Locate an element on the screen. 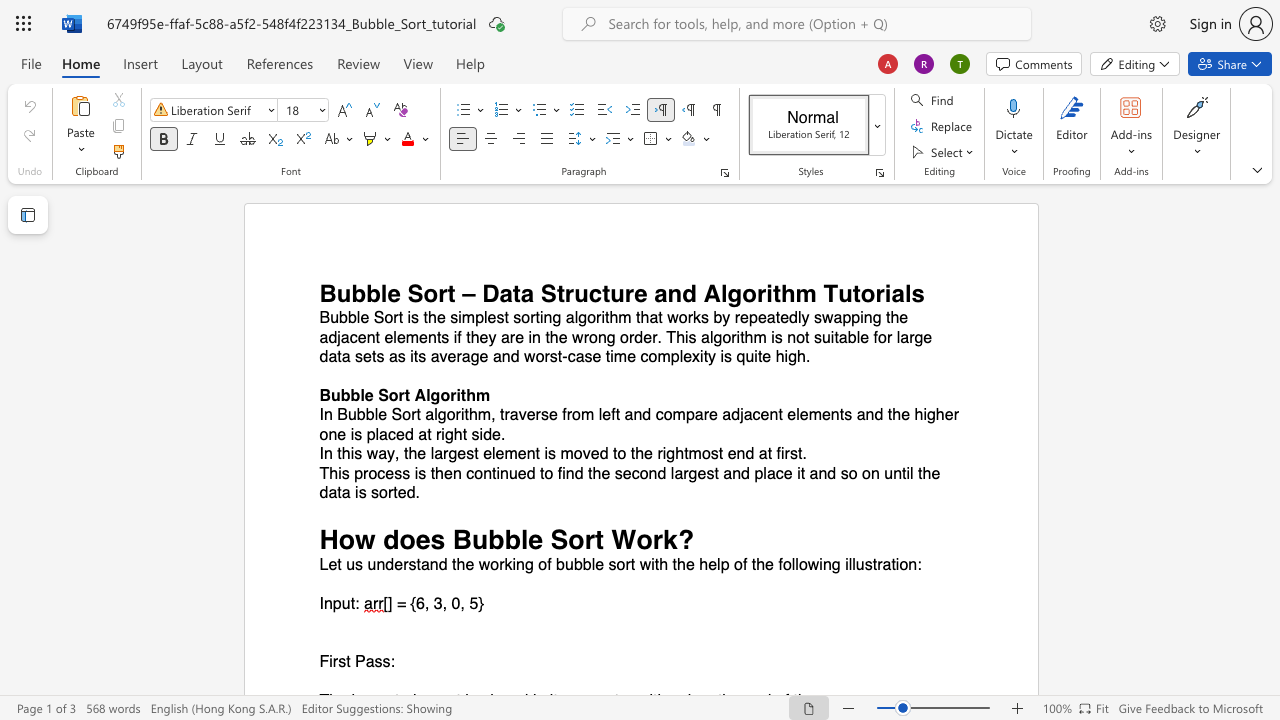  the 1th character "n" in the text is located at coordinates (674, 293).